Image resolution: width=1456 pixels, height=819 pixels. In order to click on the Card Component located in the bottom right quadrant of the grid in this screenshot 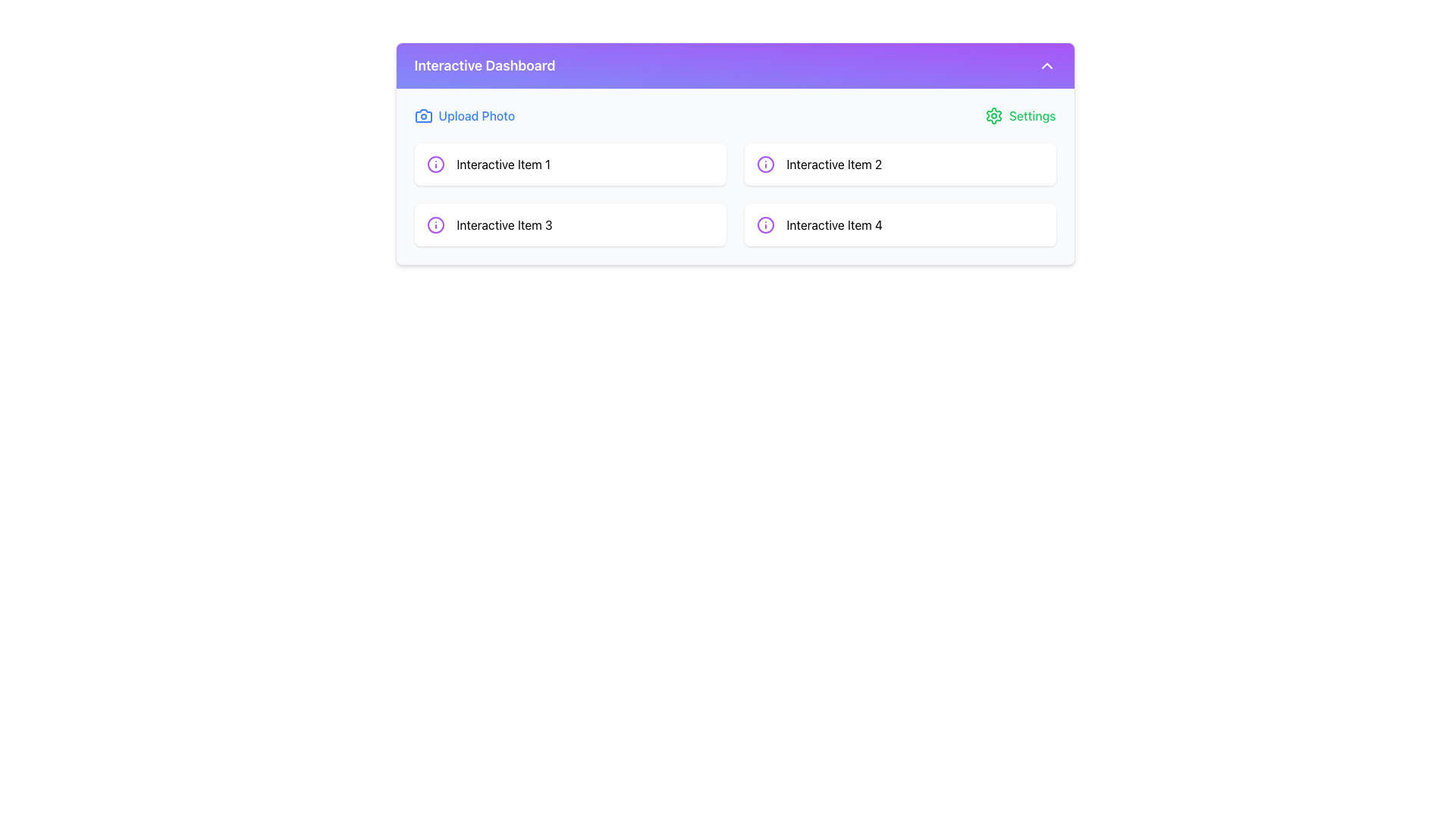, I will do `click(899, 225)`.